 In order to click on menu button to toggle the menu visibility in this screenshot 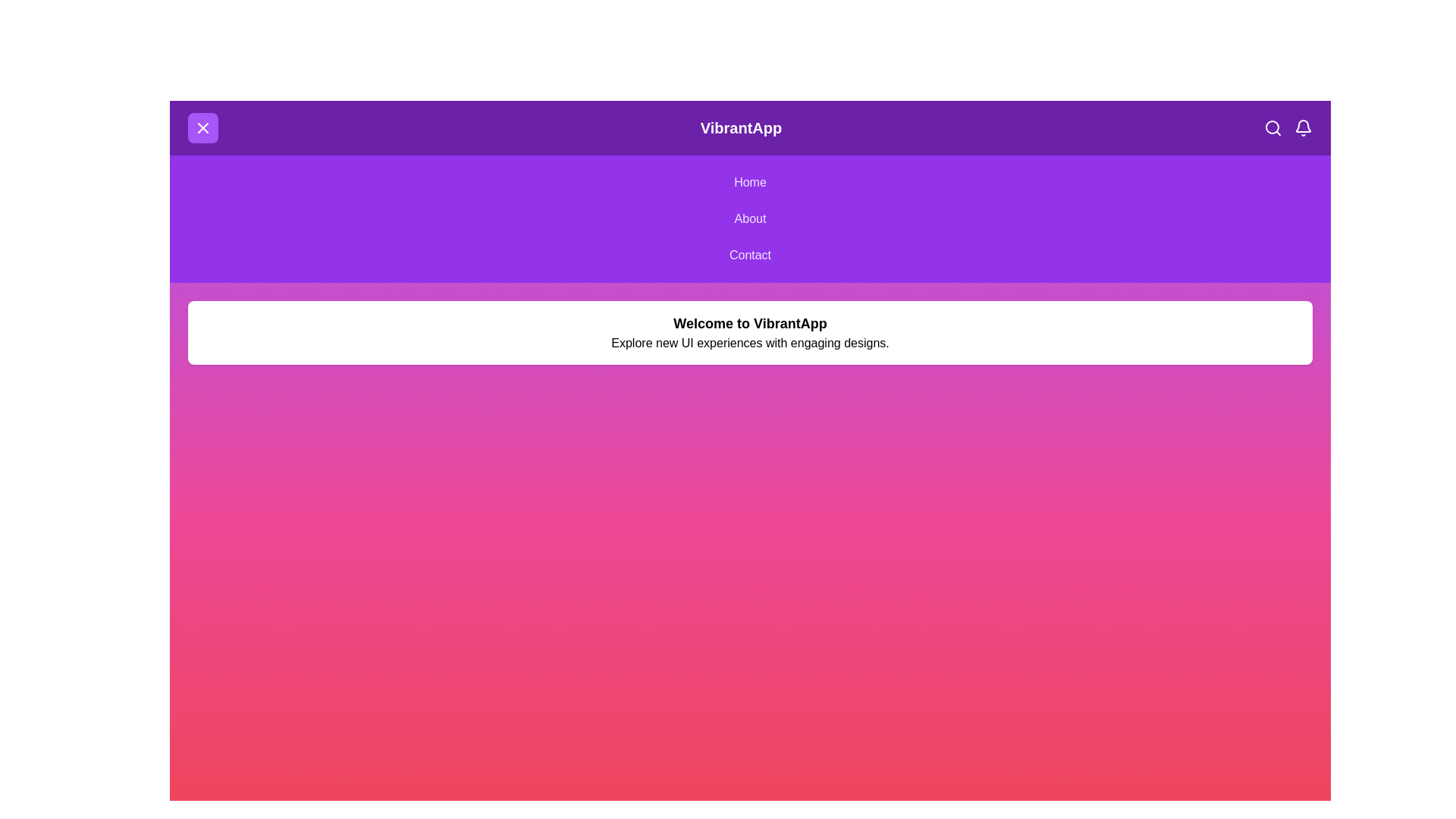, I will do `click(202, 127)`.